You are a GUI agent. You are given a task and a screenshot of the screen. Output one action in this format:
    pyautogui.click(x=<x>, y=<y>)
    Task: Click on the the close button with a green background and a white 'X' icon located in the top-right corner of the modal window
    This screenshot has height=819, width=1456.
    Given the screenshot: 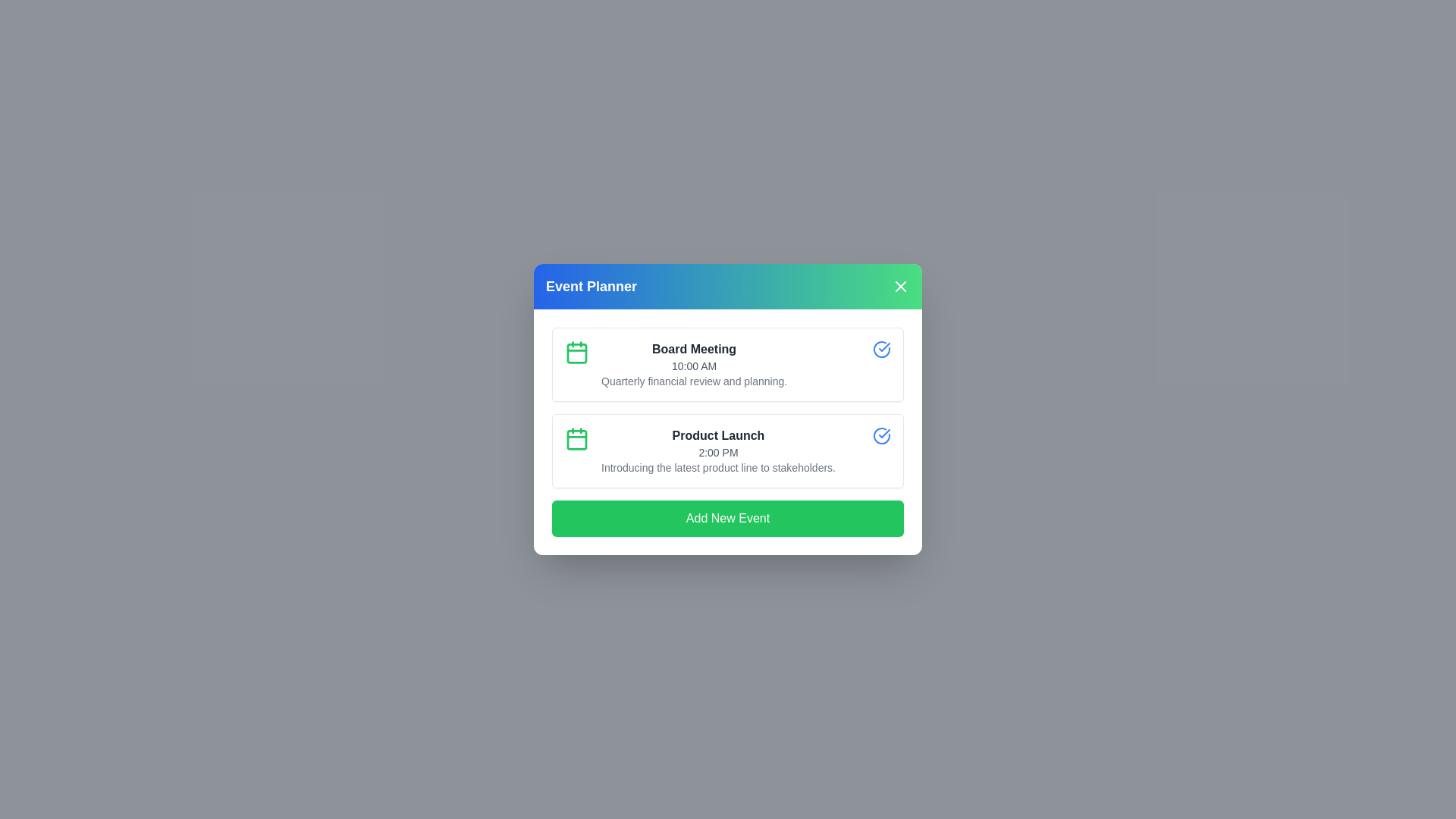 What is the action you would take?
    pyautogui.click(x=901, y=287)
    